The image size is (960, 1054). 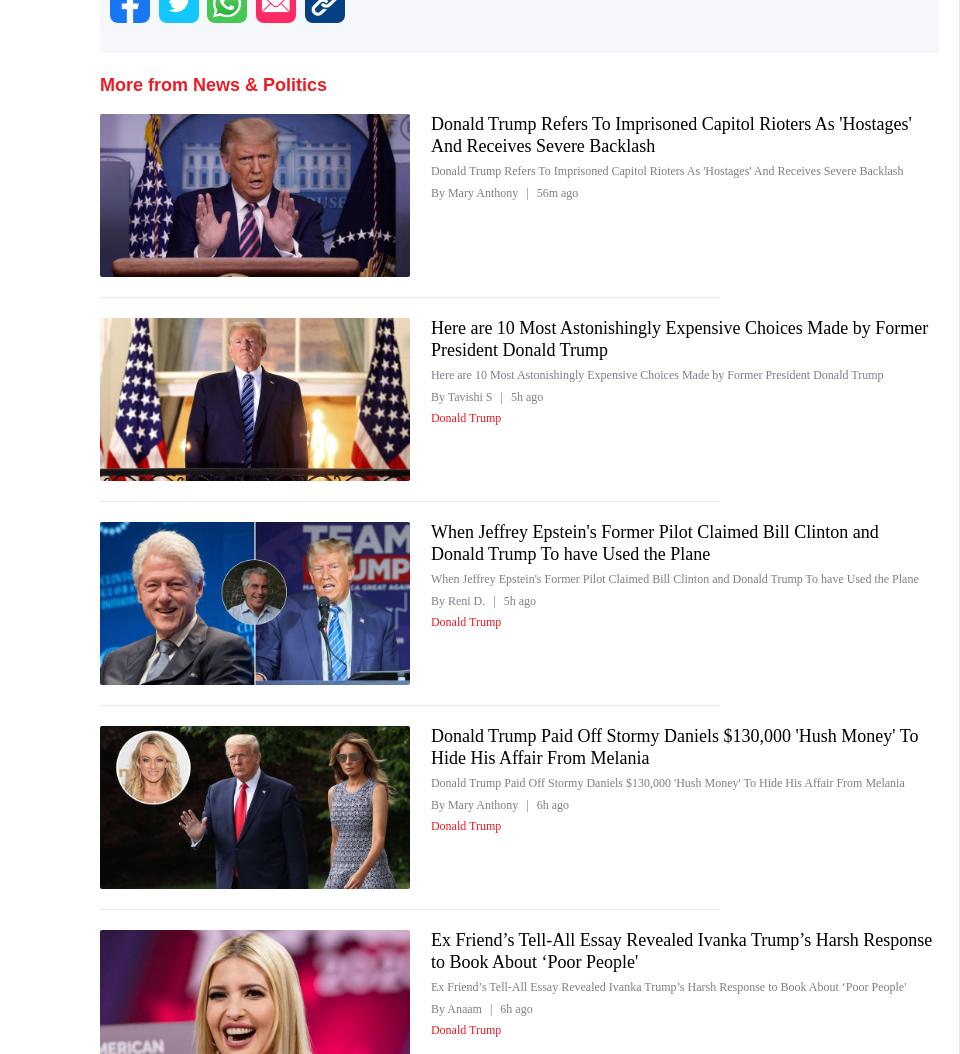 I want to click on 'By Tavishi S', so click(x=462, y=394).